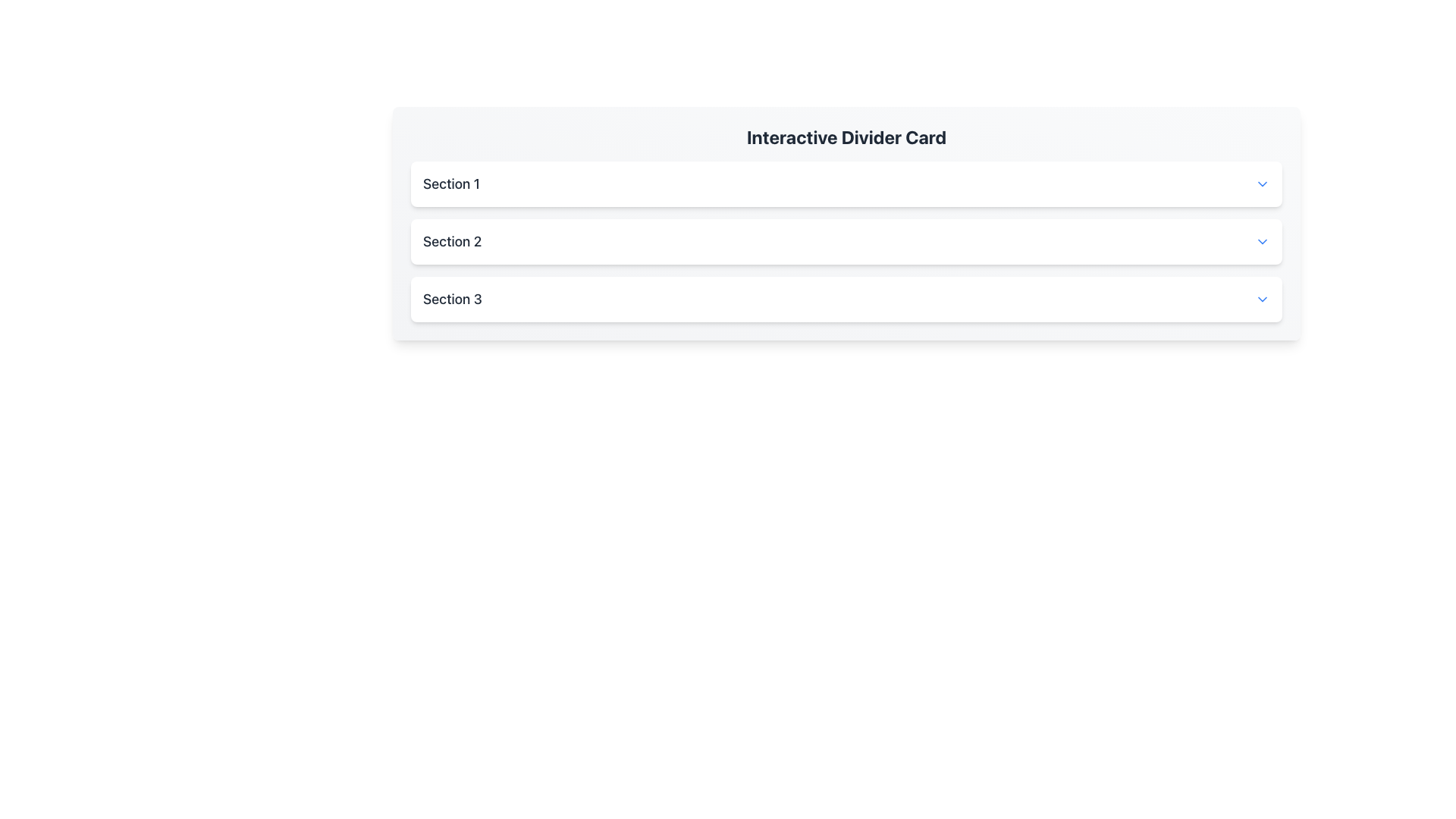 This screenshot has height=819, width=1456. Describe the element at coordinates (846, 241) in the screenshot. I see `the second card in the vertical stack of three cards to trigger potential visual feedback related to 'Section 2'` at that location.